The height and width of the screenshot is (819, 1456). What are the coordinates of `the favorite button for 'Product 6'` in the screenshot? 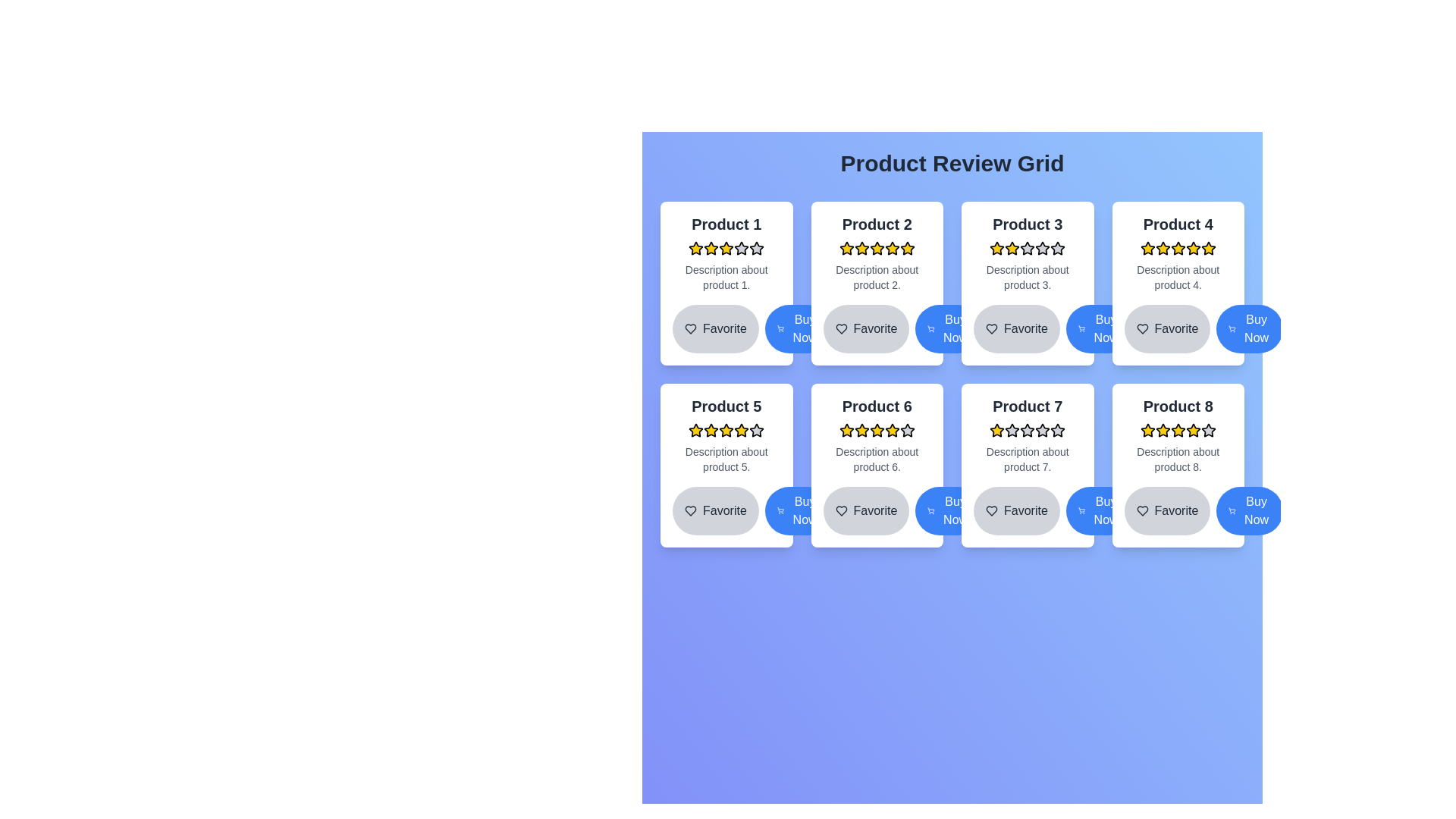 It's located at (866, 511).